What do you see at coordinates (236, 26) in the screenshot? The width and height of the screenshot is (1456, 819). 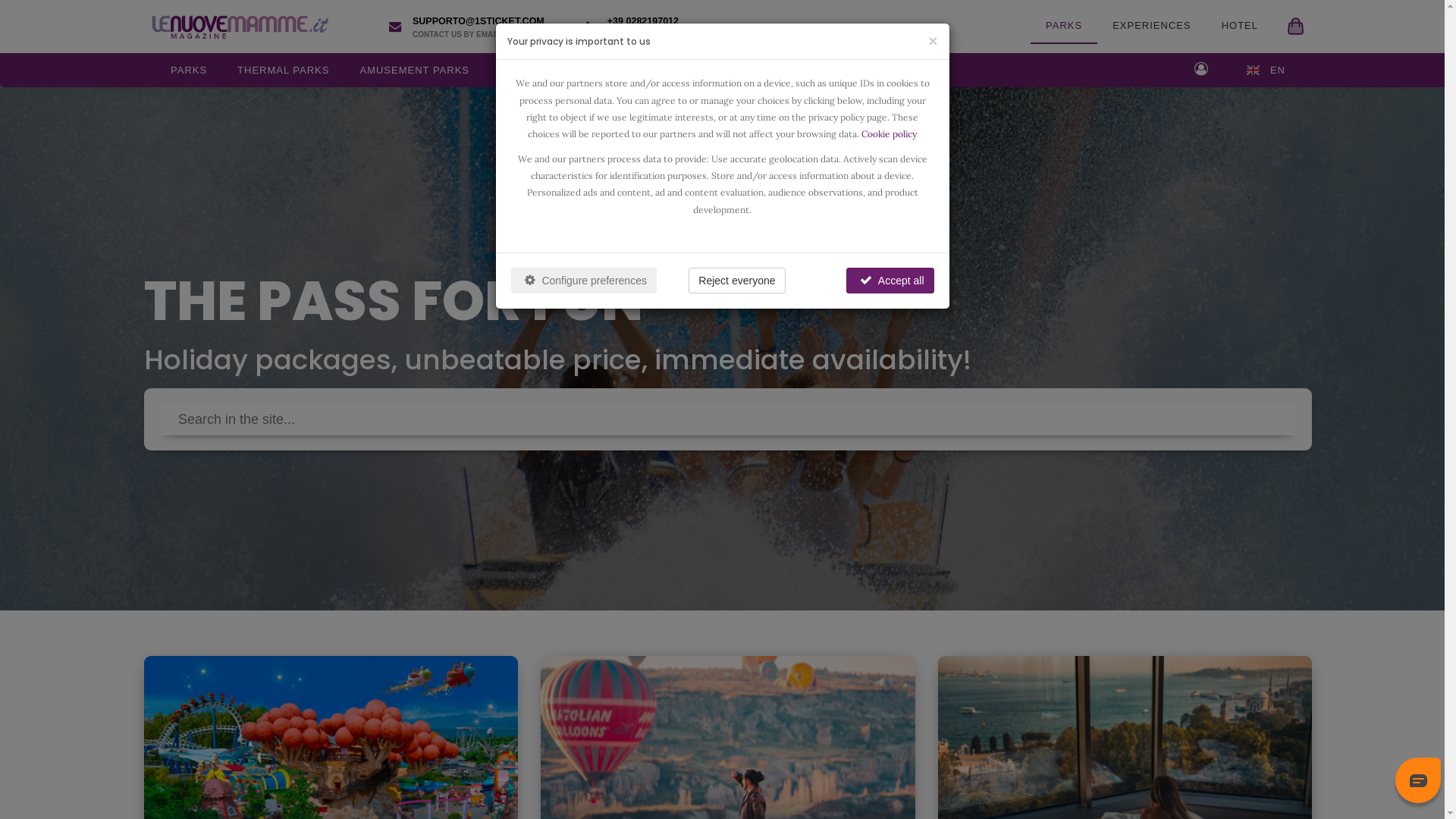 I see `'Le Nuove Mamme'` at bounding box center [236, 26].